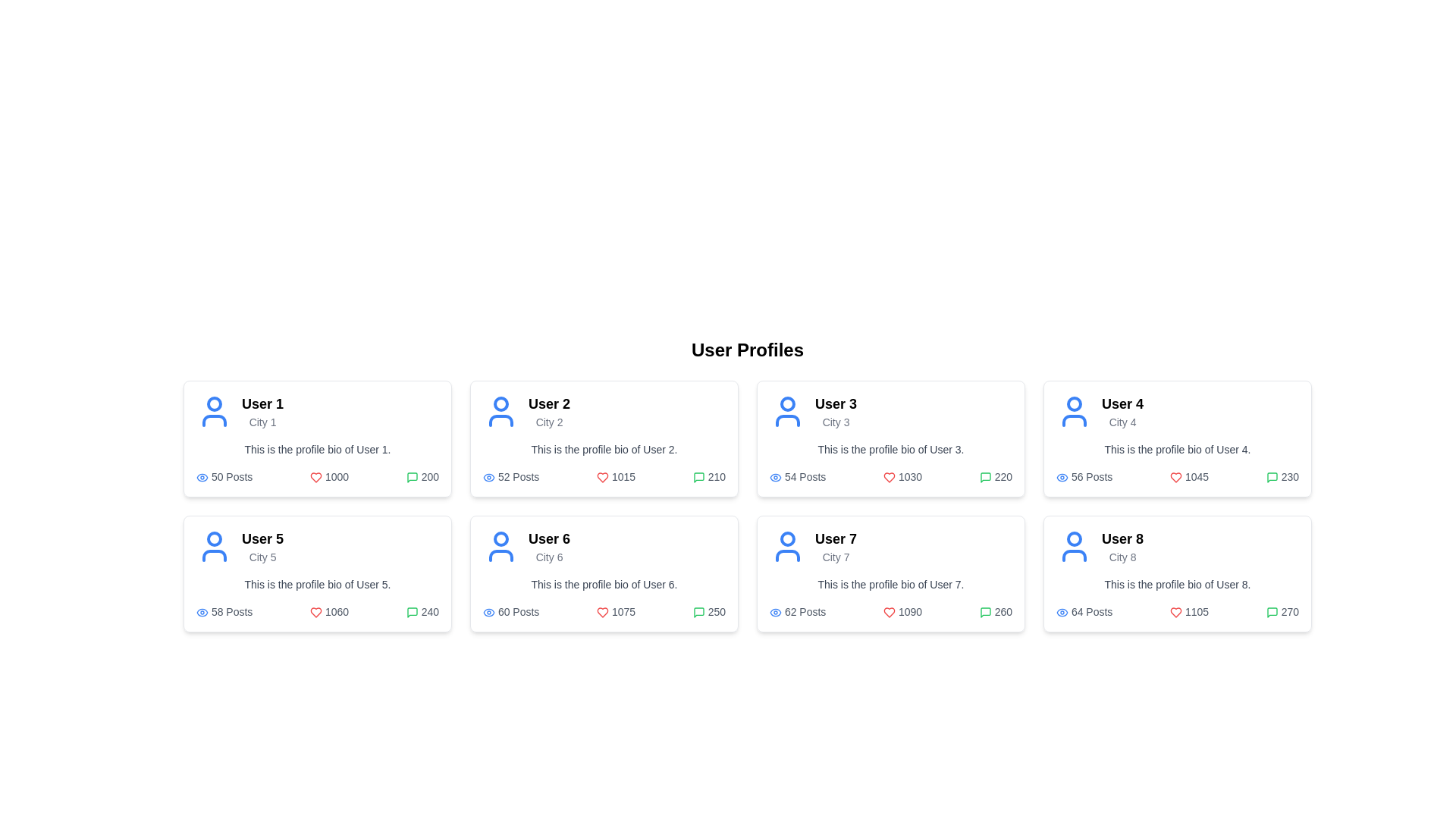  What do you see at coordinates (835, 557) in the screenshot?
I see `the static text label displaying 'City 7' for User 7, which is located in the second row, second column of the User 7 card, positioned below the 'User 7' heading and above the bio section` at bounding box center [835, 557].